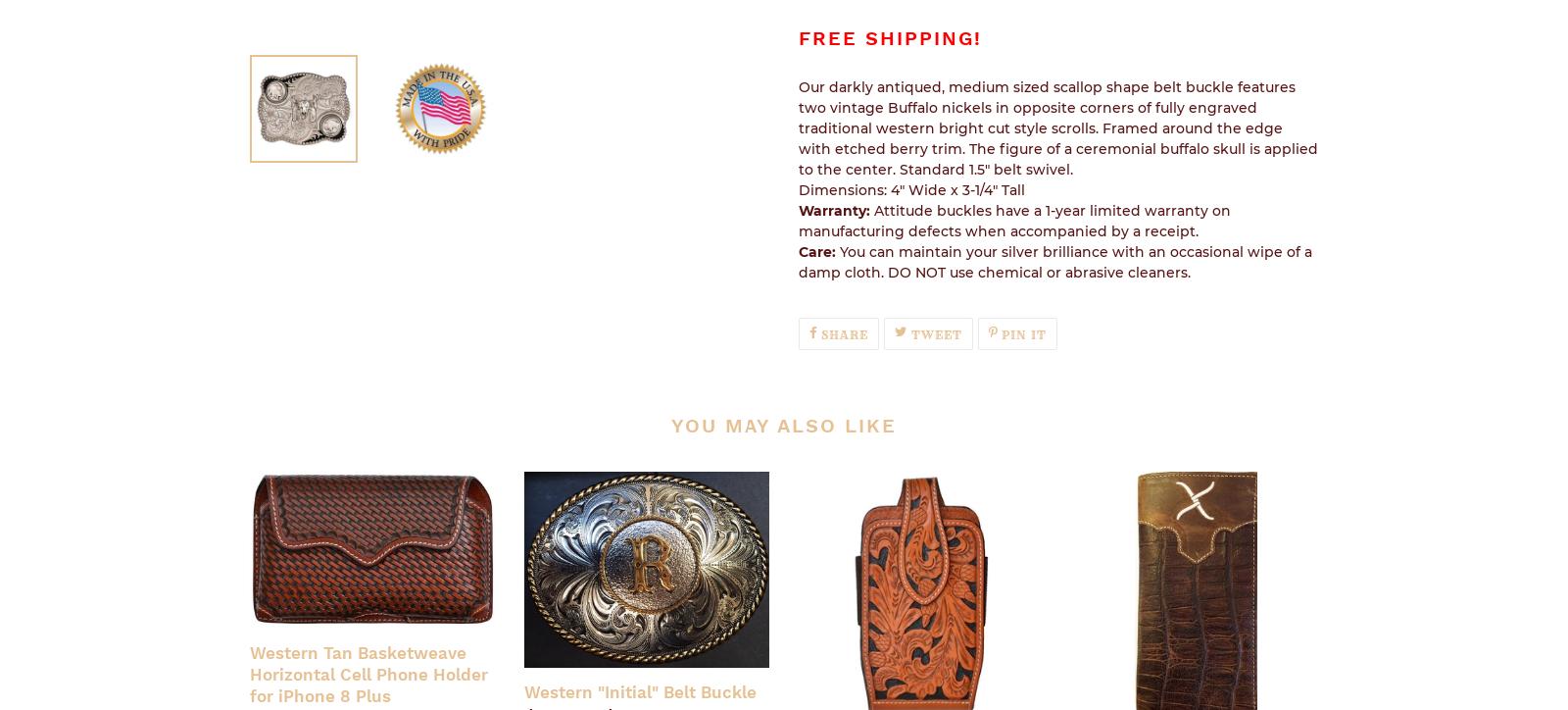 This screenshot has height=710, width=1568. I want to click on 'Warranty:', so click(833, 210).